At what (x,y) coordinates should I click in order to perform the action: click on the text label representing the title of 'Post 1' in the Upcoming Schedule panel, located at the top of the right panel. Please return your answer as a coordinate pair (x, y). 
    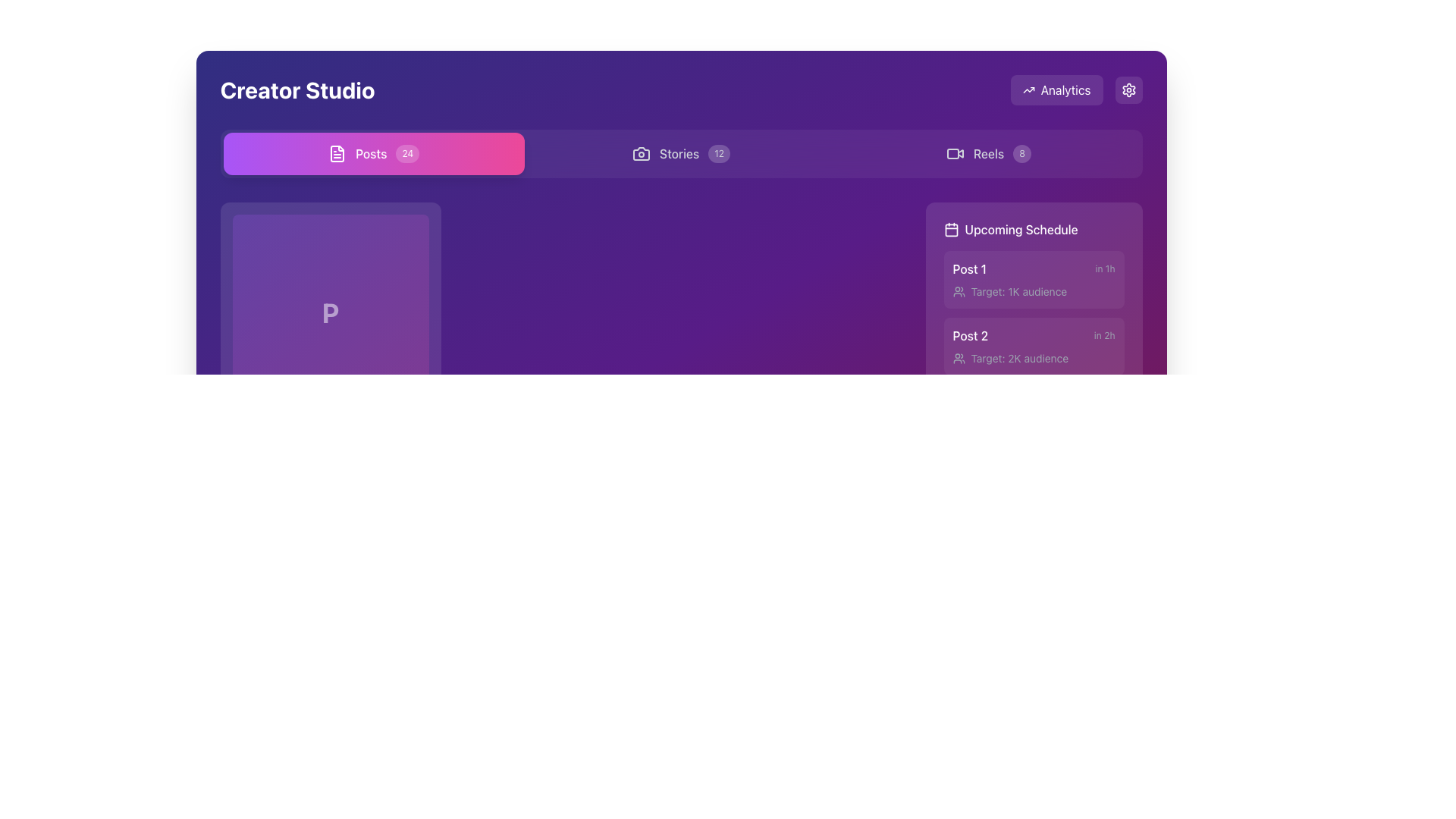
    Looking at the image, I should click on (968, 268).